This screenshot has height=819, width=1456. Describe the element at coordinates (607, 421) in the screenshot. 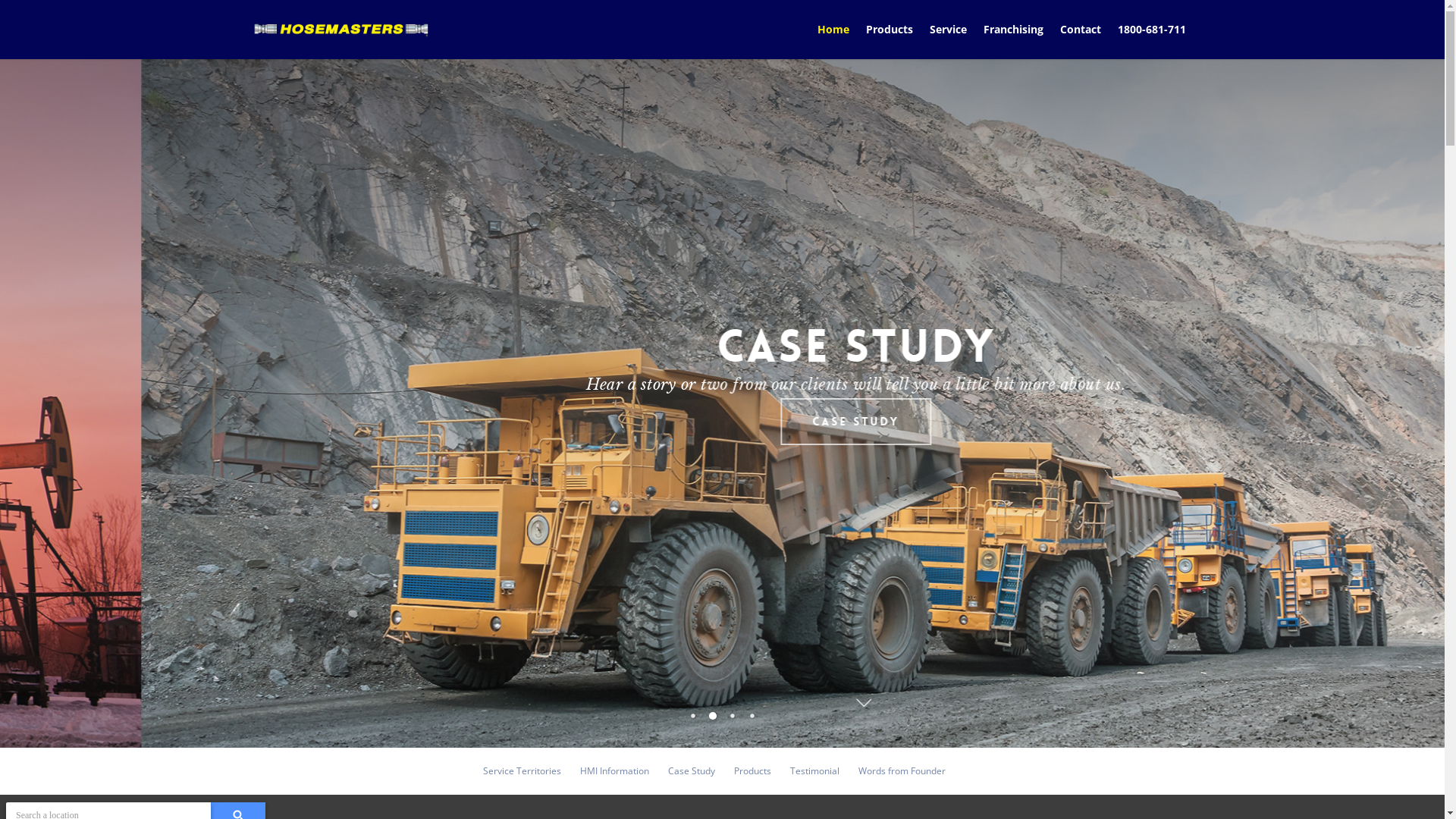

I see `'FIND A HOSEMASTER'` at that location.